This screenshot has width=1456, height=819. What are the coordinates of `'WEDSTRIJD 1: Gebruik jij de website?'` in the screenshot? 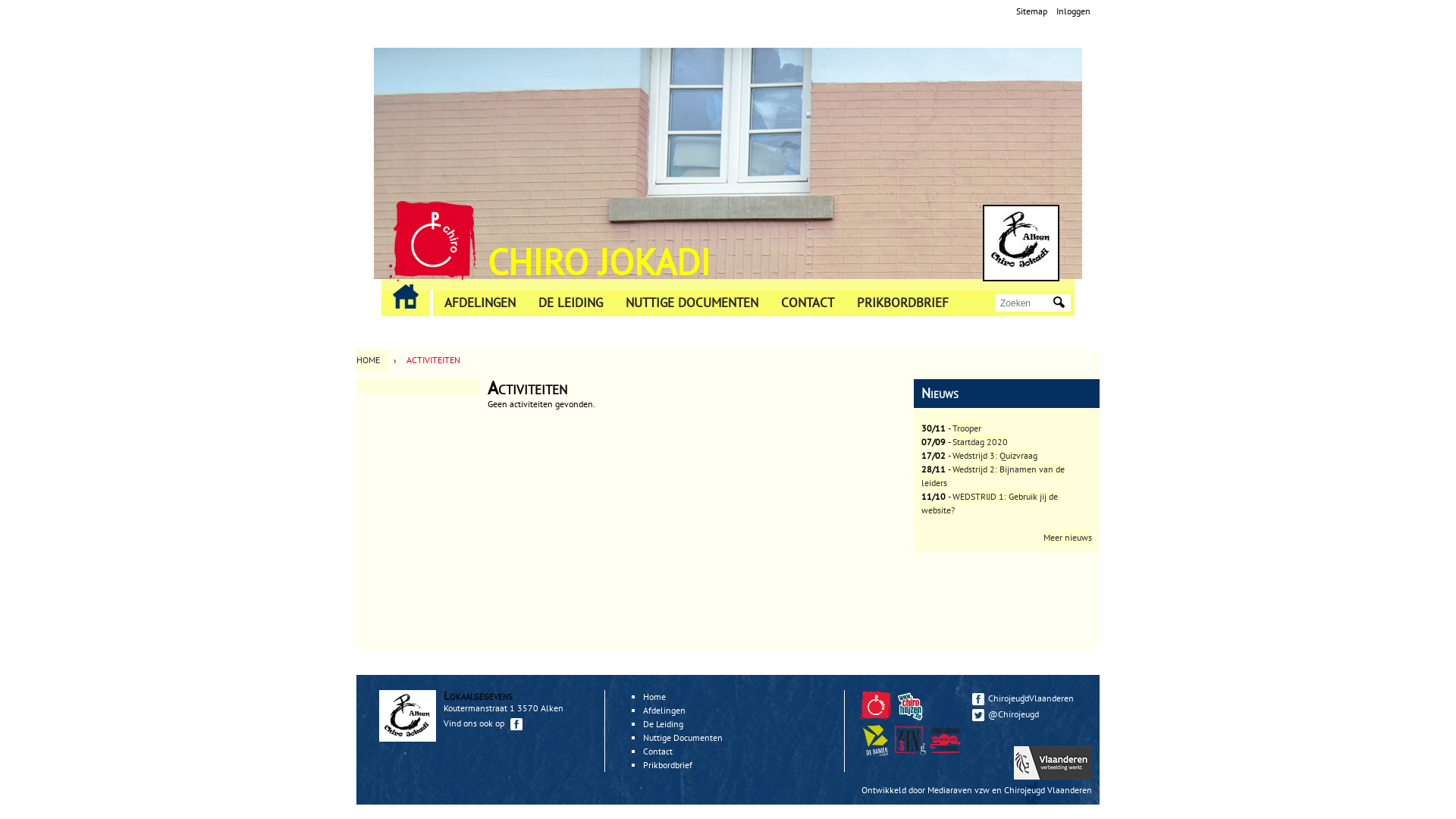 It's located at (990, 503).